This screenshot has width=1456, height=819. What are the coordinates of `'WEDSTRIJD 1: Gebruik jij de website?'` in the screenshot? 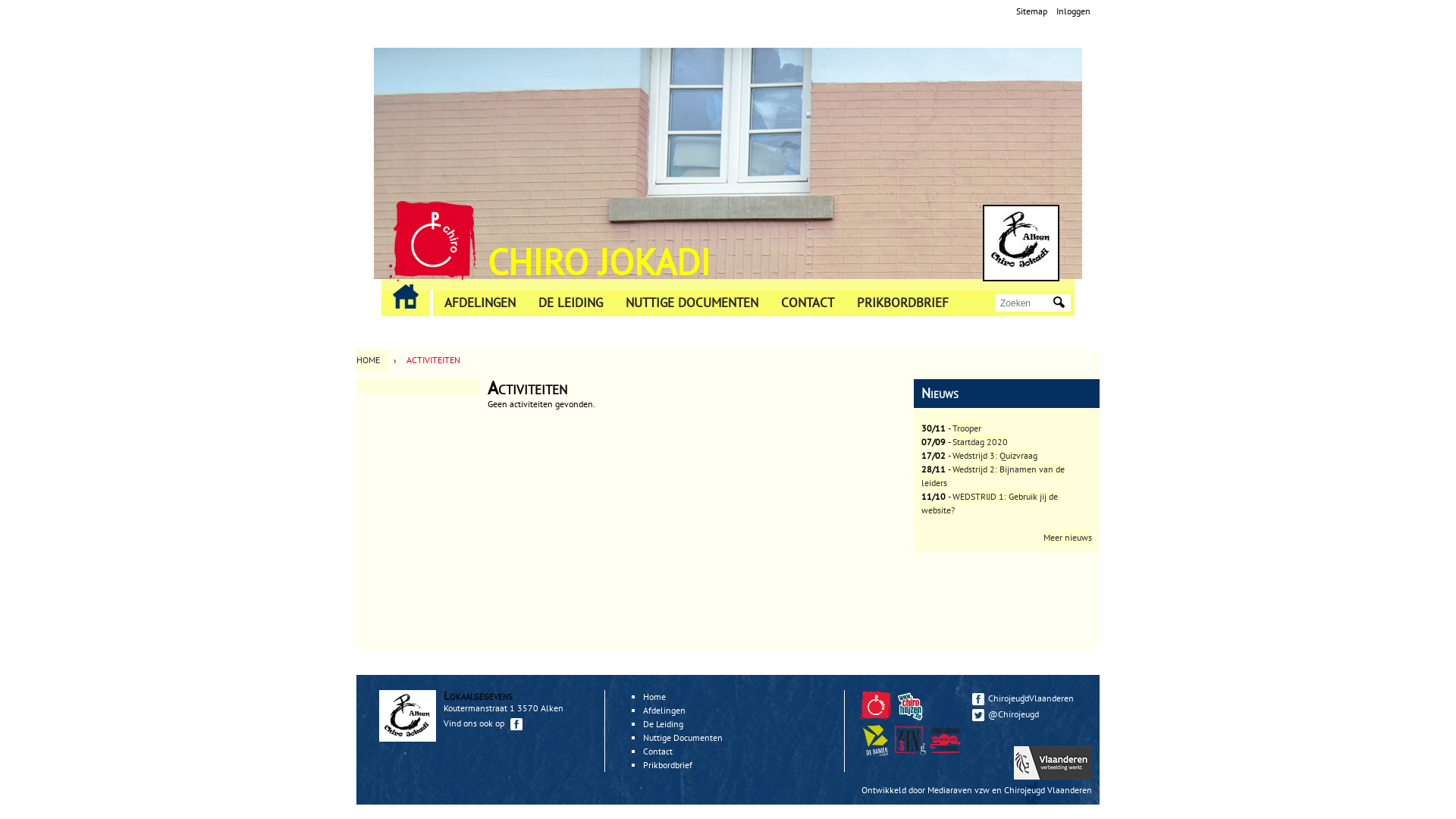 It's located at (990, 503).